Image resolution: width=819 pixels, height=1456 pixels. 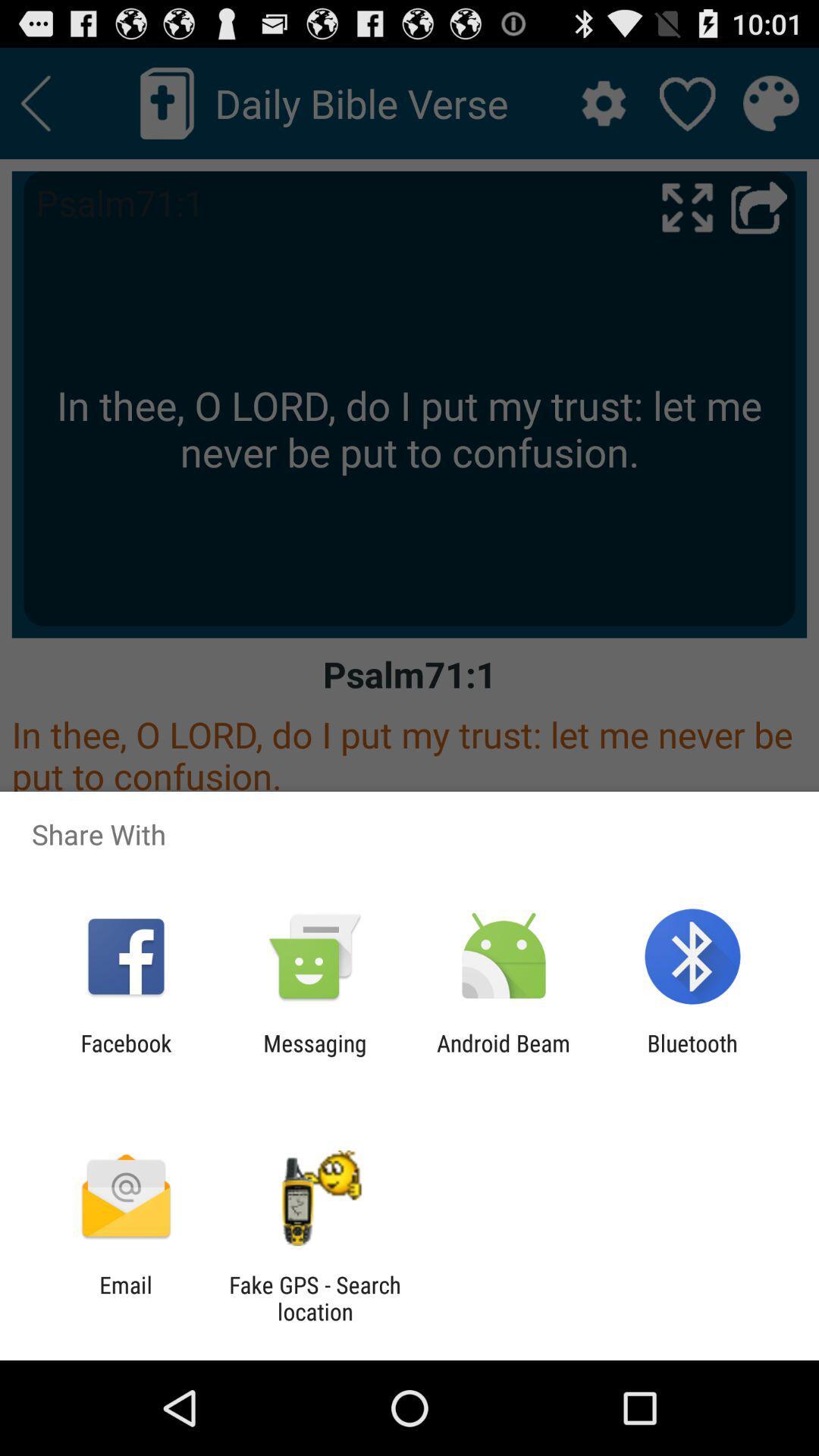 What do you see at coordinates (692, 1056) in the screenshot?
I see `the icon next to the android beam app` at bounding box center [692, 1056].